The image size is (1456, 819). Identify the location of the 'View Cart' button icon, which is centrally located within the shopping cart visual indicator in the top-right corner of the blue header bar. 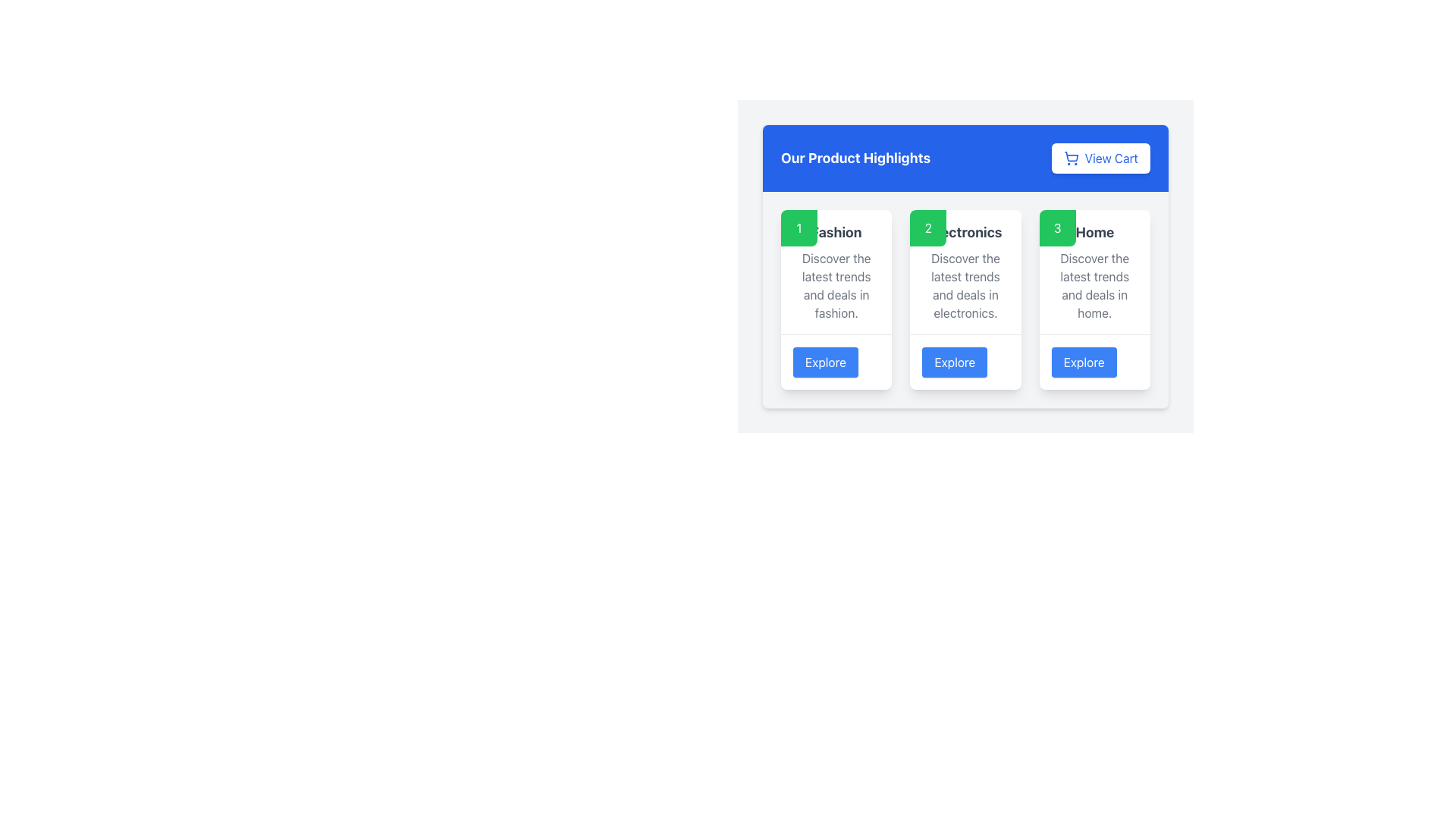
(1070, 156).